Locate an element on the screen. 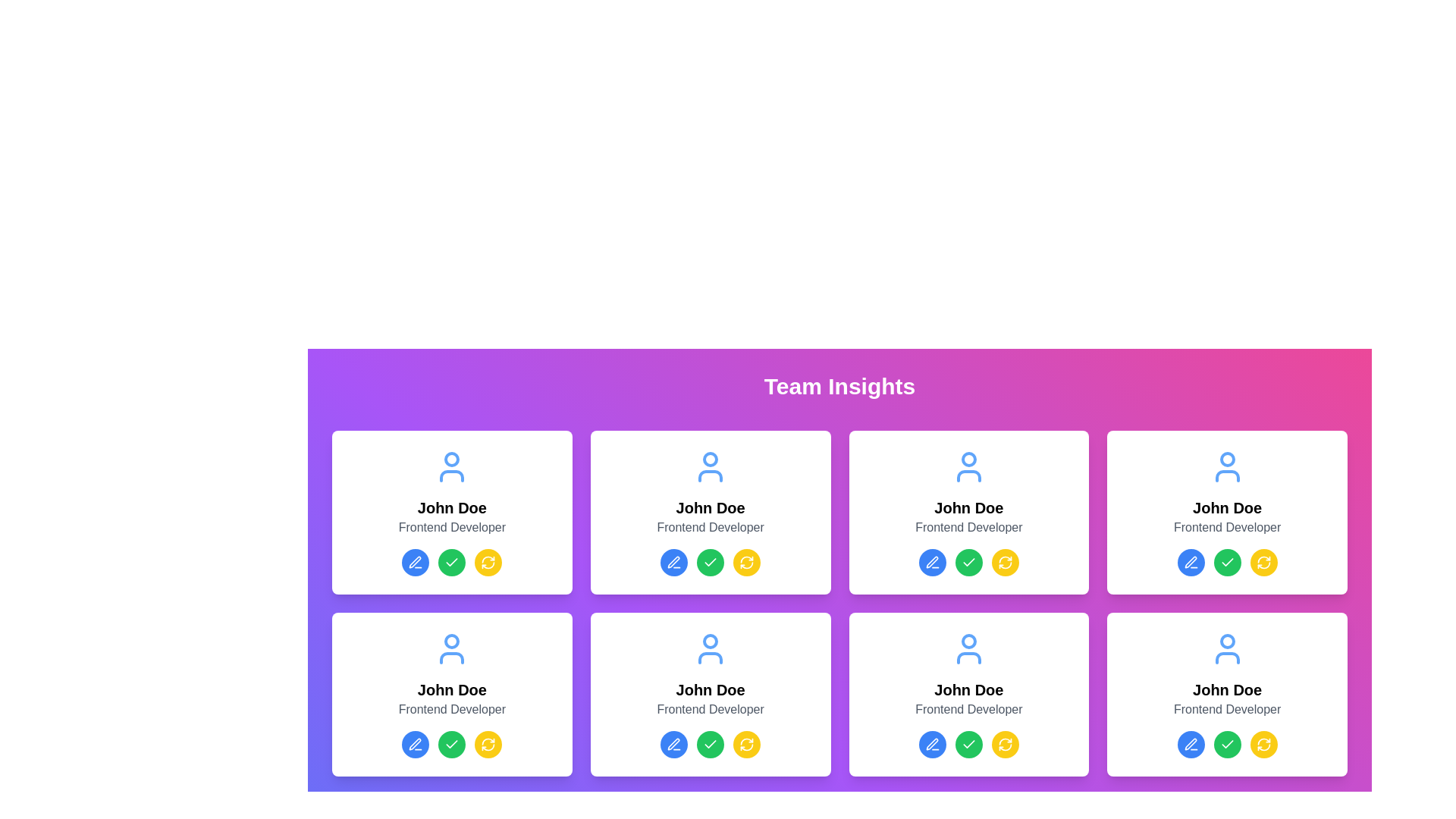 The width and height of the screenshot is (1456, 819). the user profile icon representing 'John Doe', a Frontend Developer, located at the top of the second card in the second row of the Team Insights section is located at coordinates (451, 648).